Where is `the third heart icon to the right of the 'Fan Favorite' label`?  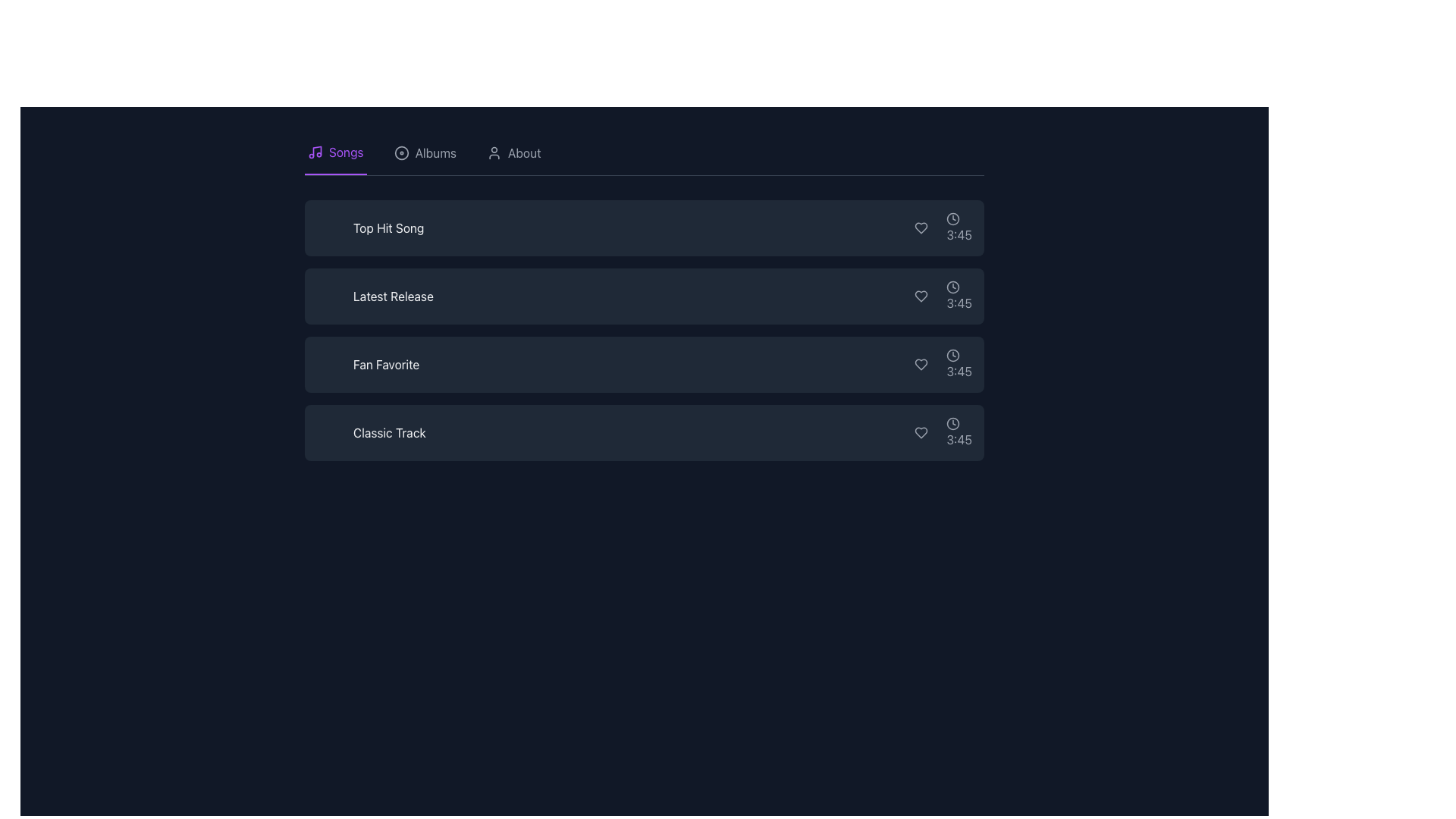
the third heart icon to the right of the 'Fan Favorite' label is located at coordinates (921, 365).